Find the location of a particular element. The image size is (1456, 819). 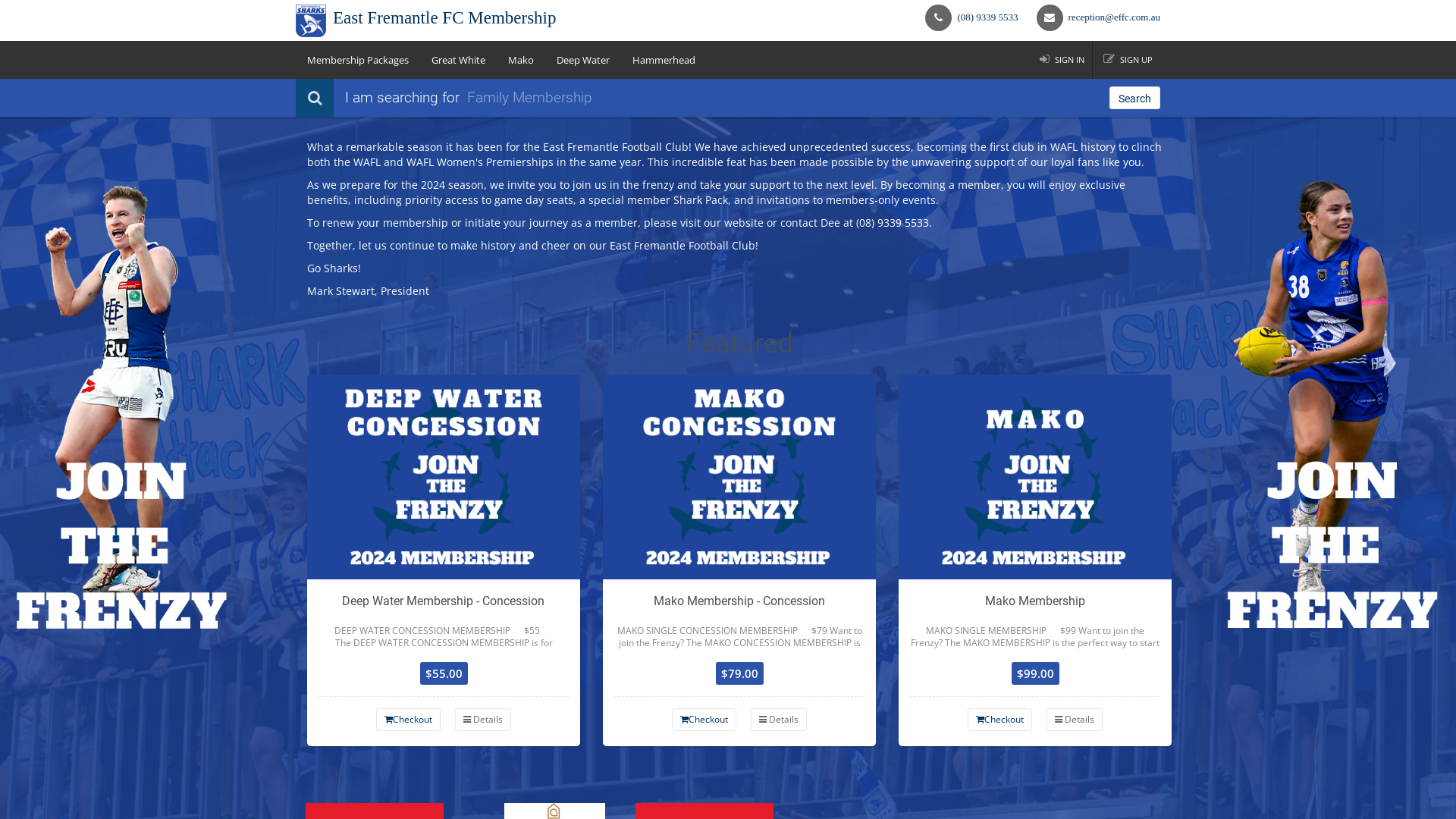

'Details' is located at coordinates (454, 718).